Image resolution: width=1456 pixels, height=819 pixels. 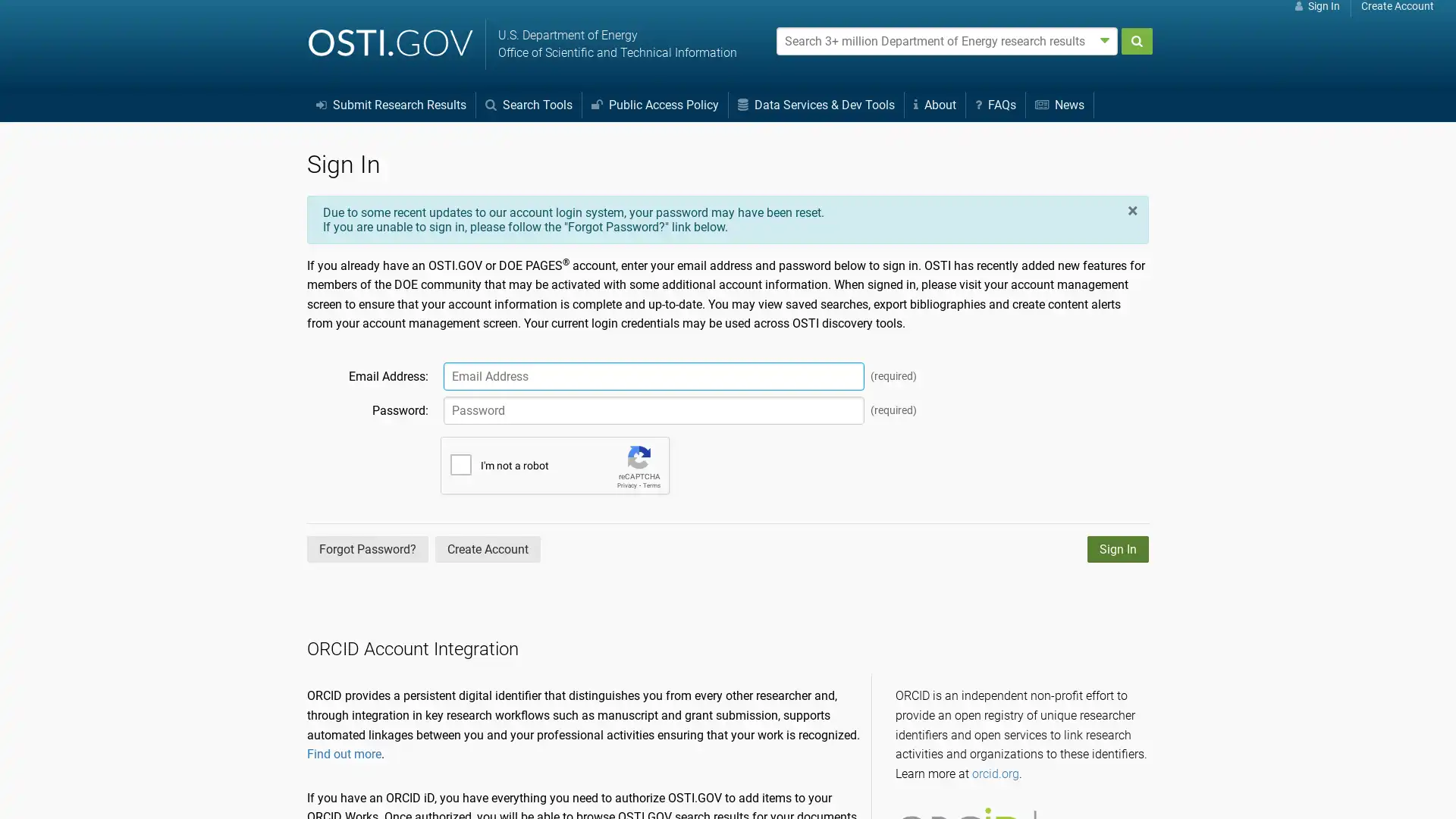 I want to click on Advanced search options, so click(x=1105, y=39).